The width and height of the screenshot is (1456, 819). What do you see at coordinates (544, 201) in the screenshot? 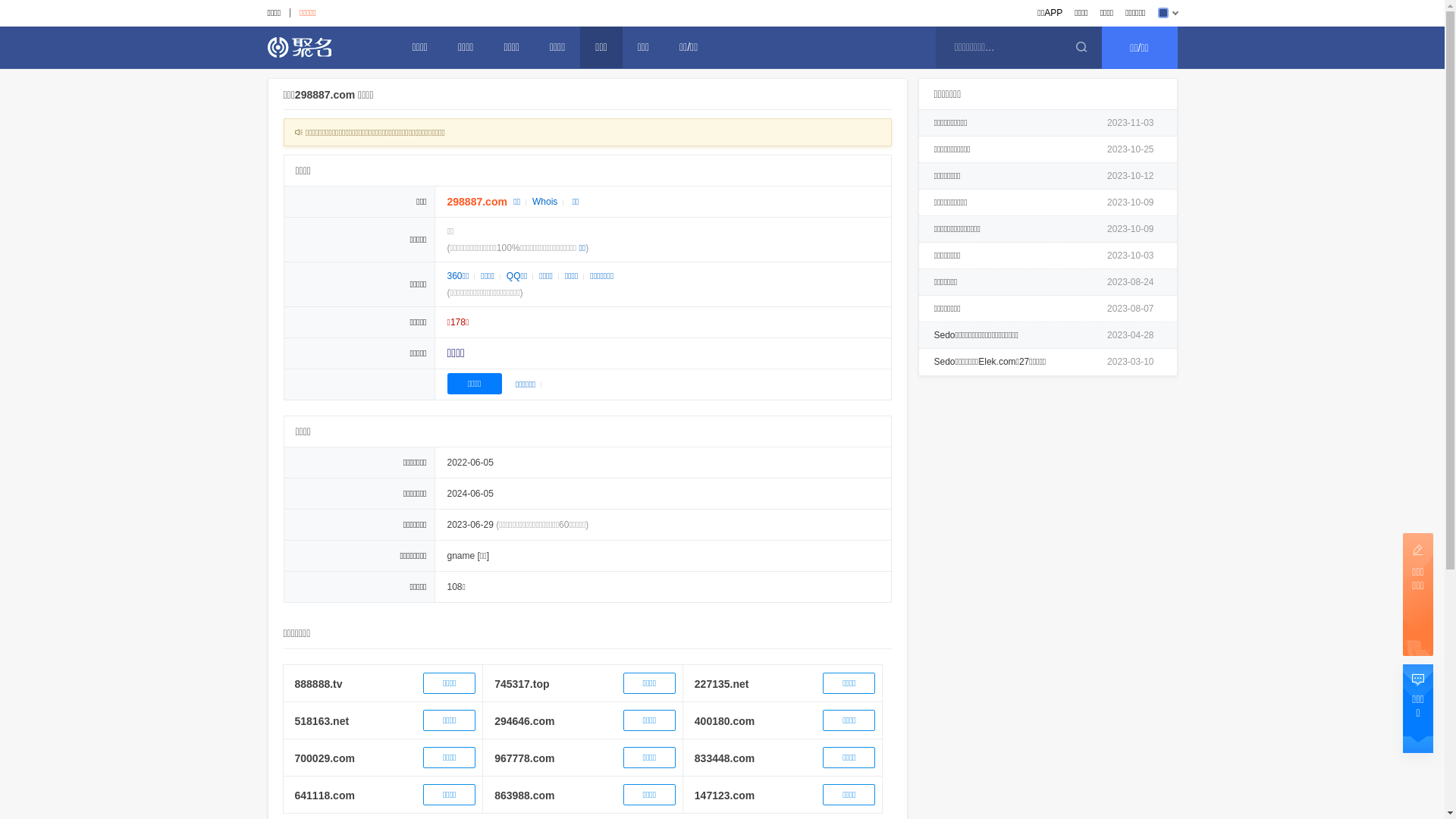
I see `'Whois'` at bounding box center [544, 201].